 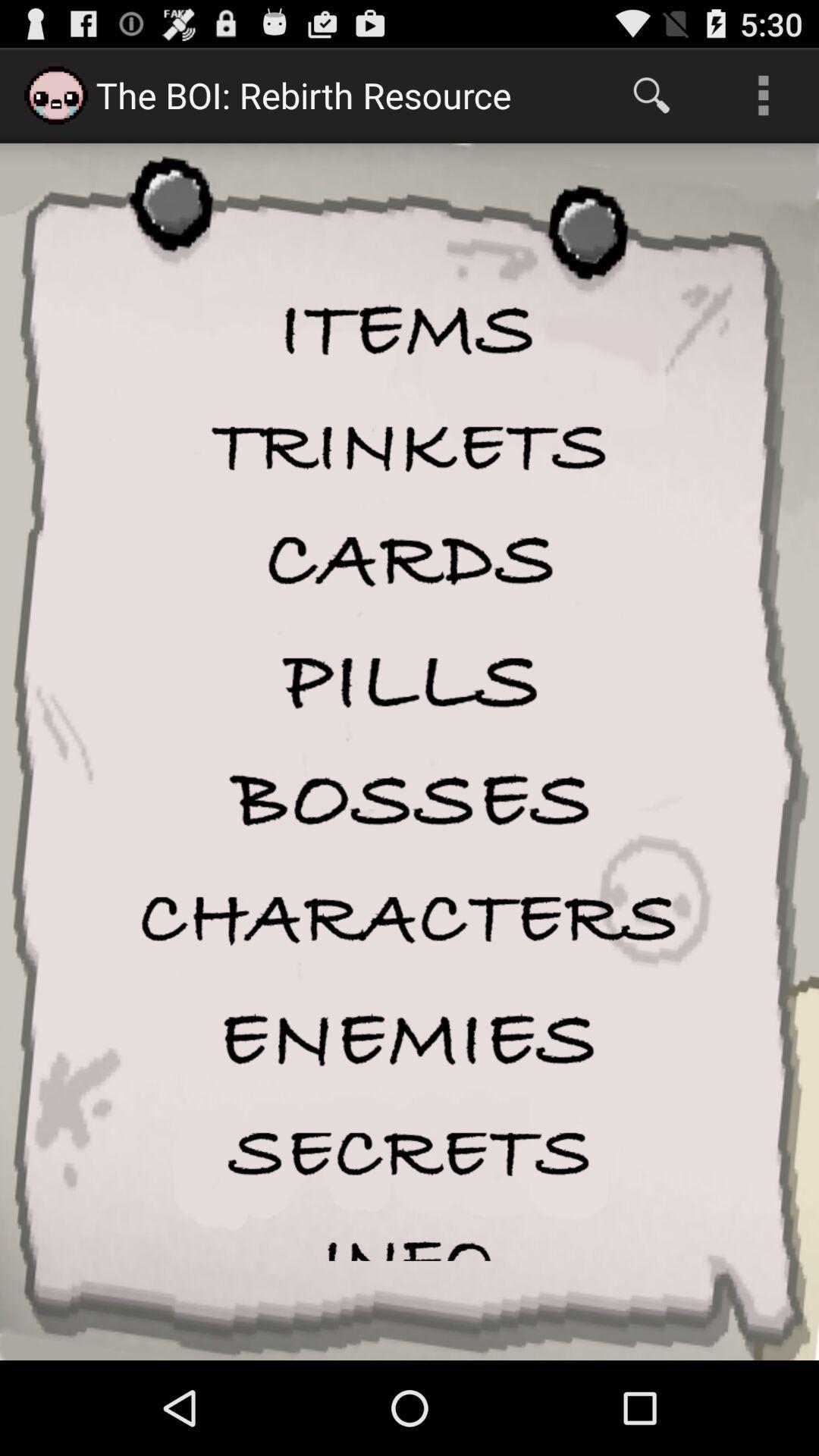 I want to click on the item, so click(x=409, y=446).